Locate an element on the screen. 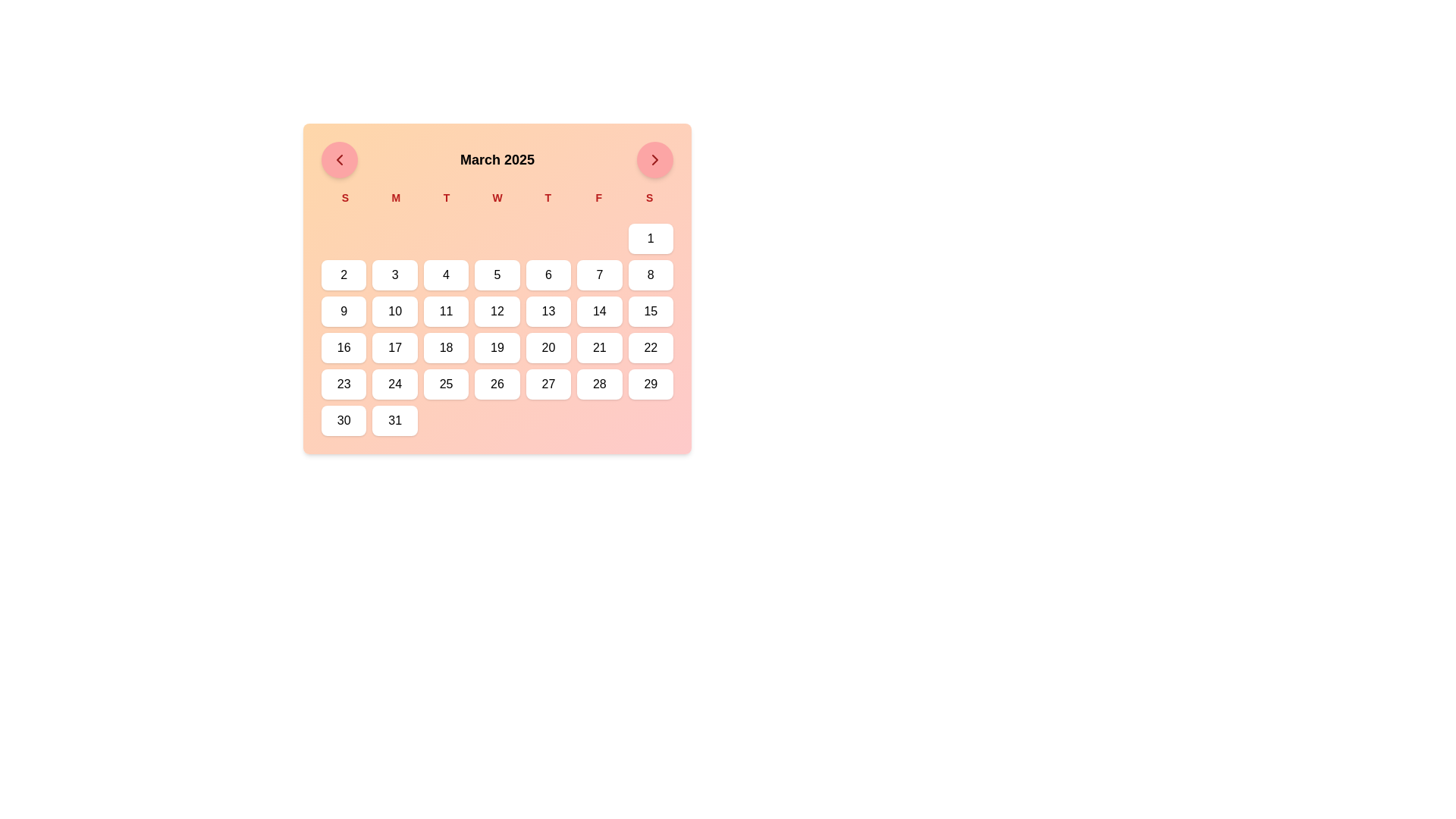 The height and width of the screenshot is (819, 1456). the date button representing '31' in the sixth row and second column of the calendar grid is located at coordinates (395, 421).